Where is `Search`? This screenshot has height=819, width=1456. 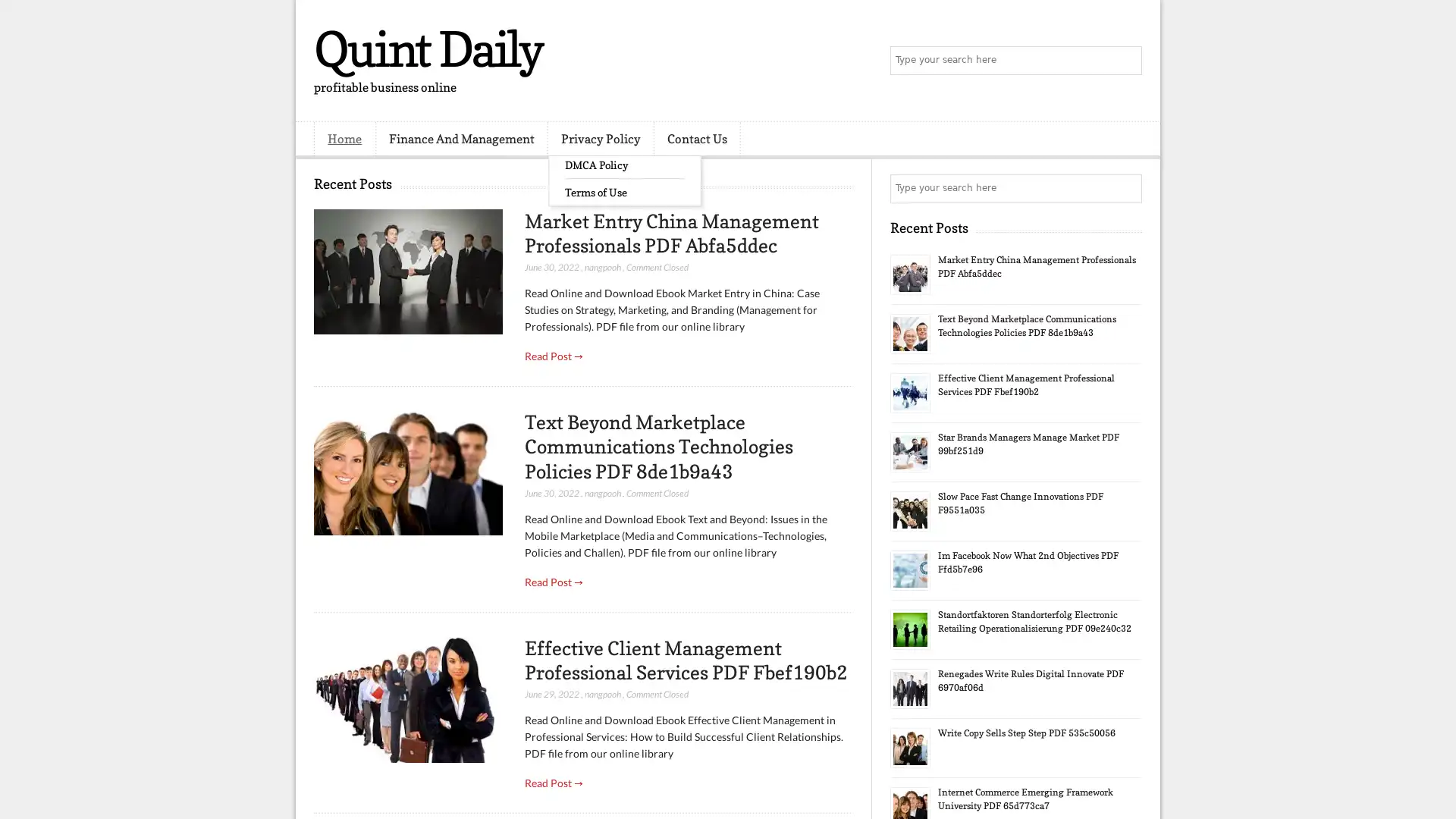 Search is located at coordinates (1126, 61).